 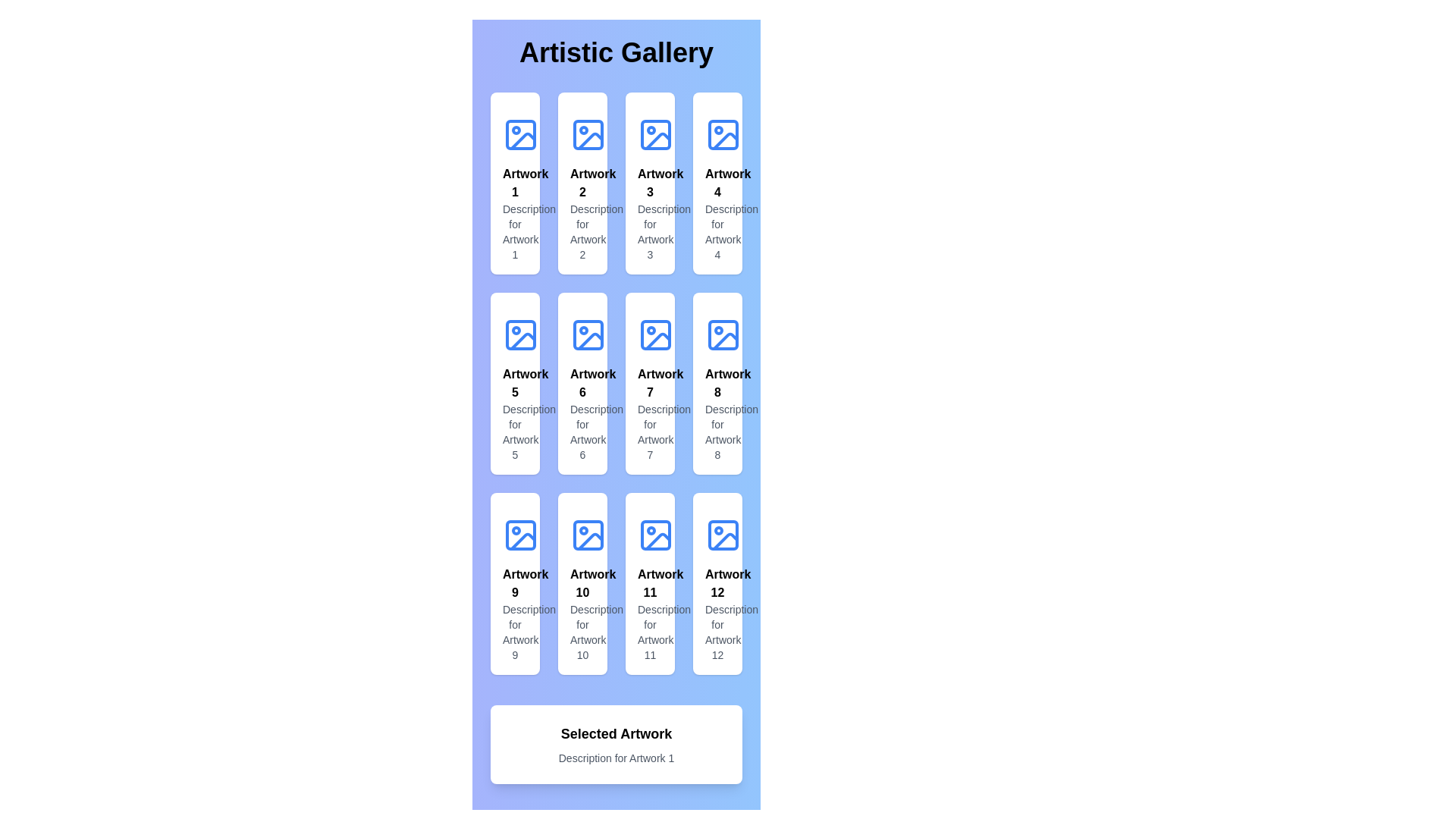 What do you see at coordinates (515, 231) in the screenshot?
I see `the Text Label providing additional context for 'Artwork 1' in the Artistic Gallery interface` at bounding box center [515, 231].